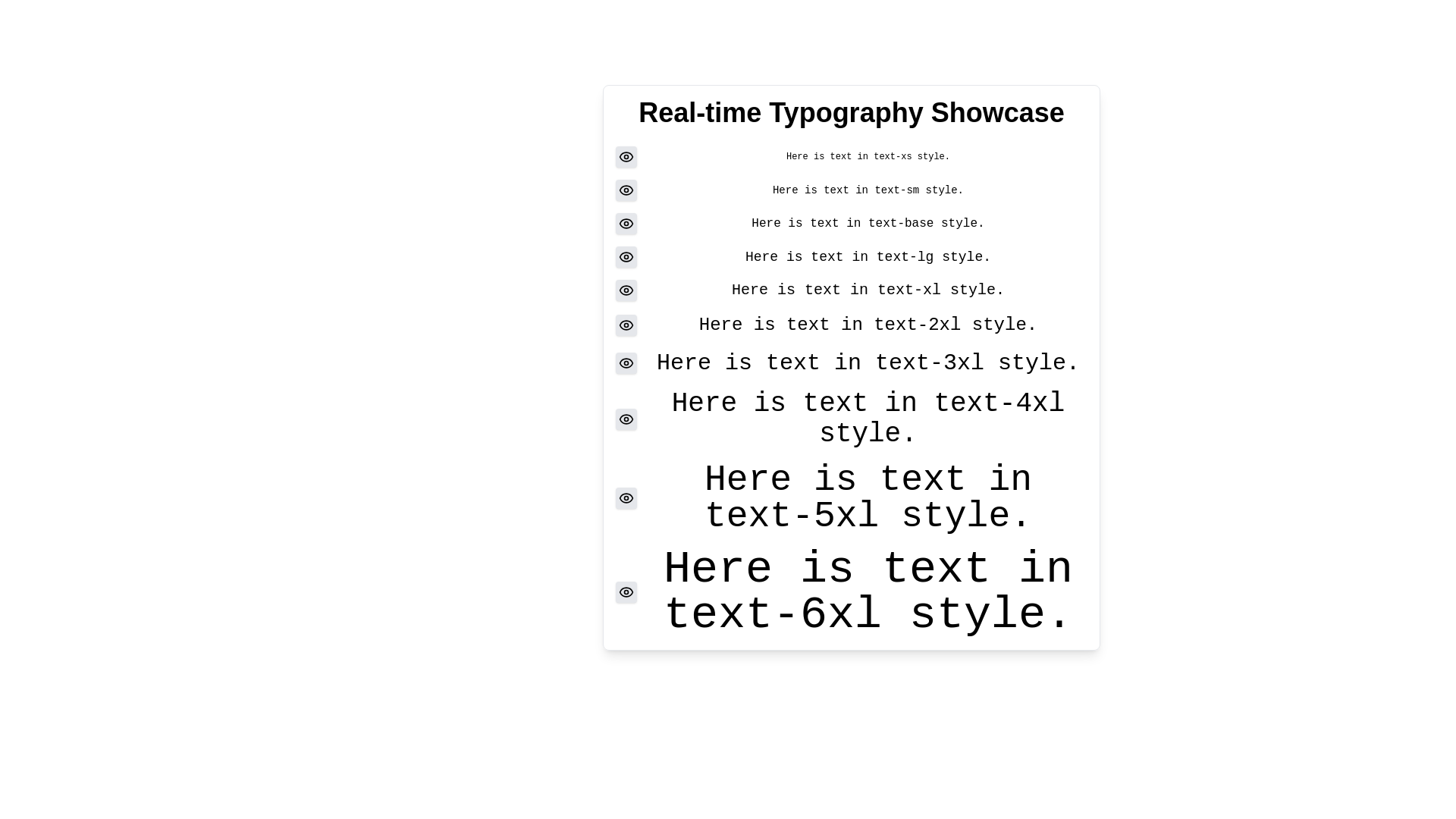  I want to click on the fourth eye-shaped icon in the vertical sequence, which is styled with a modern minimalist design and located next to text in the 'text-xl' format, so click(626, 290).